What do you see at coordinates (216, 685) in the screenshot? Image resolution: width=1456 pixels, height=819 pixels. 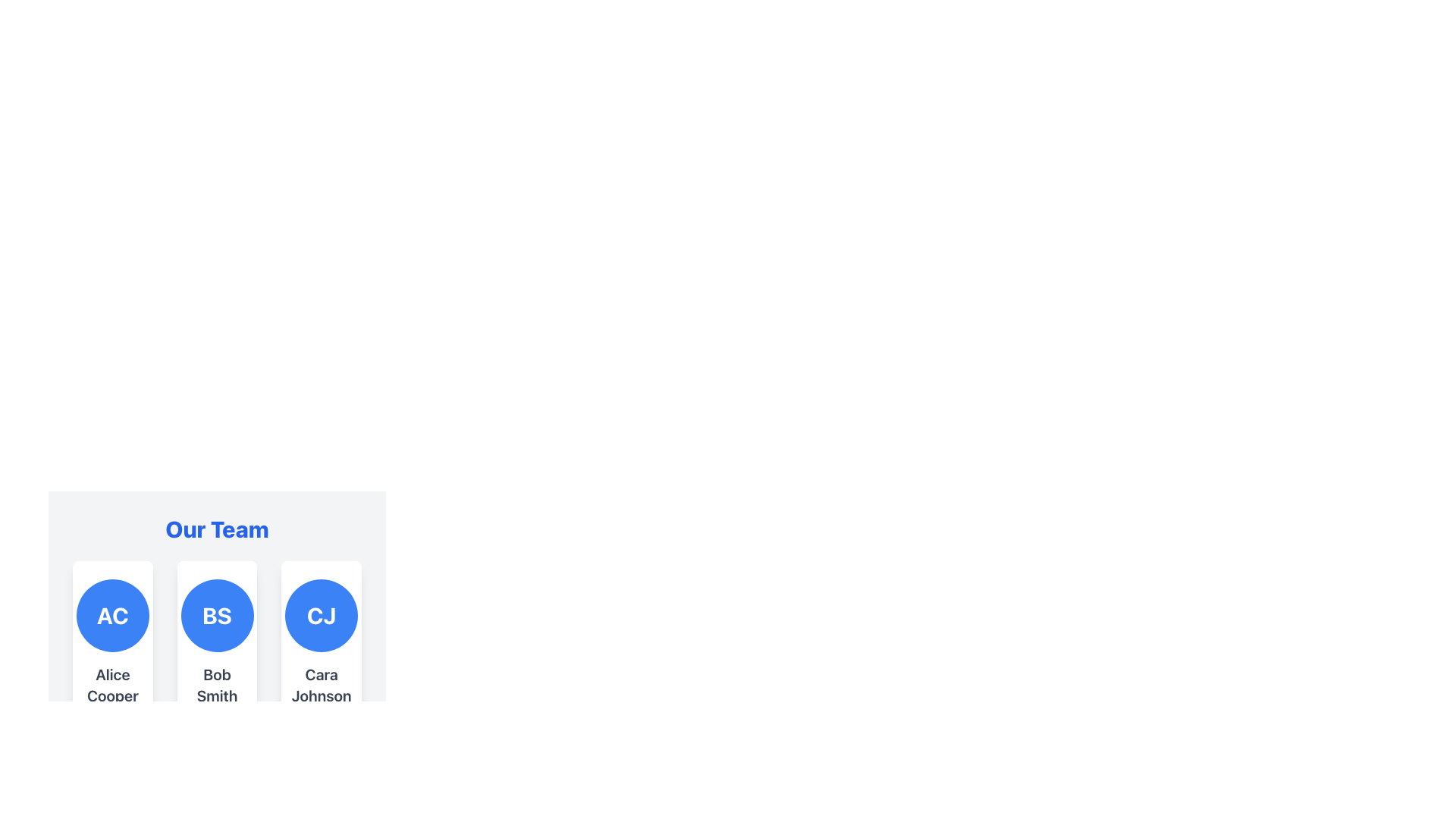 I see `text content of the text label displaying 'Bob Smith', which is bold and gray, located directly below the blue circular avatar labeled 'BS'` at bounding box center [216, 685].